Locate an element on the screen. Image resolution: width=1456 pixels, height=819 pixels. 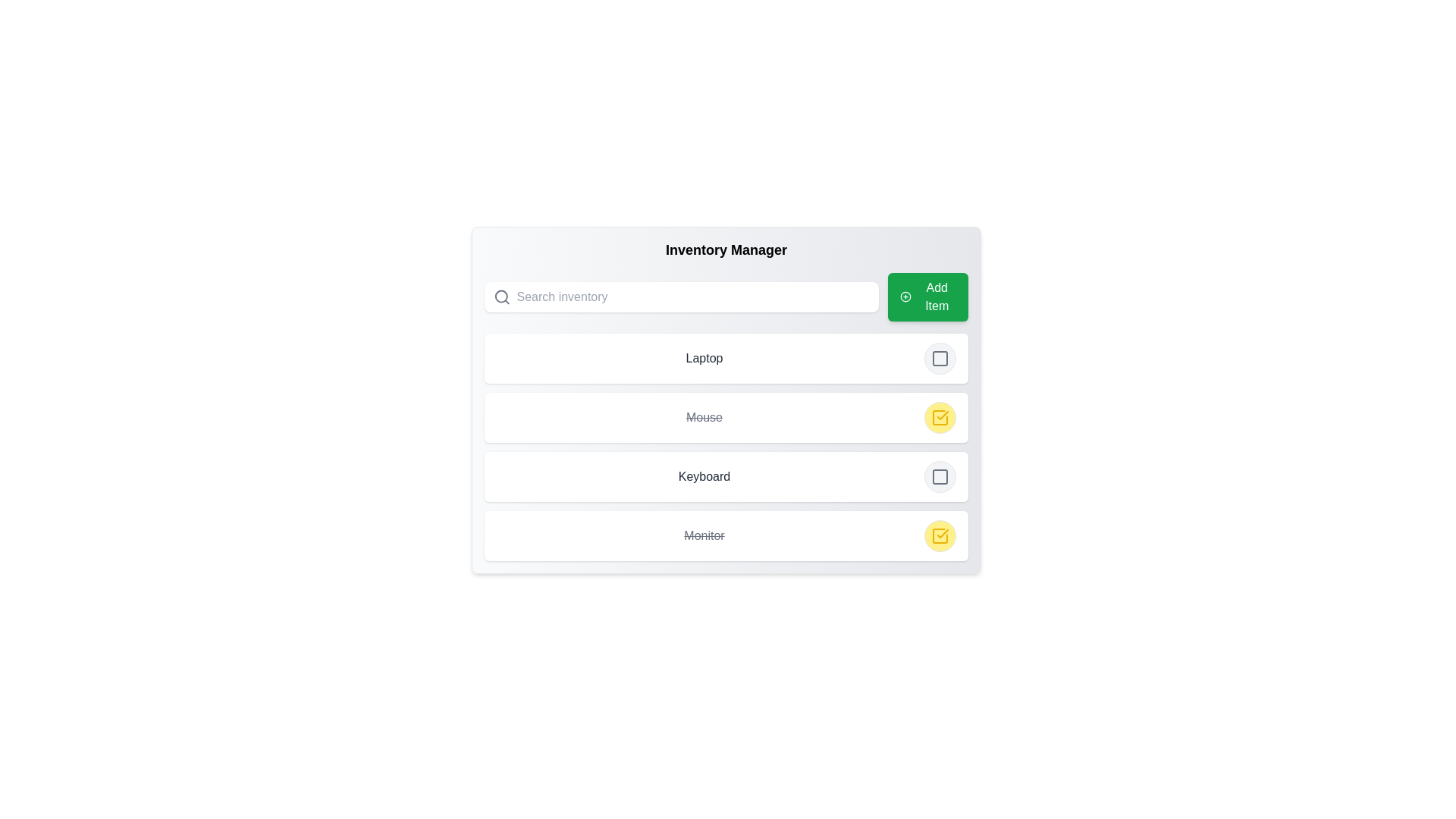
the text label in the fourth row of the inventory list that indicates an inactive or unavailable item, which has a line-through text style is located at coordinates (704, 535).